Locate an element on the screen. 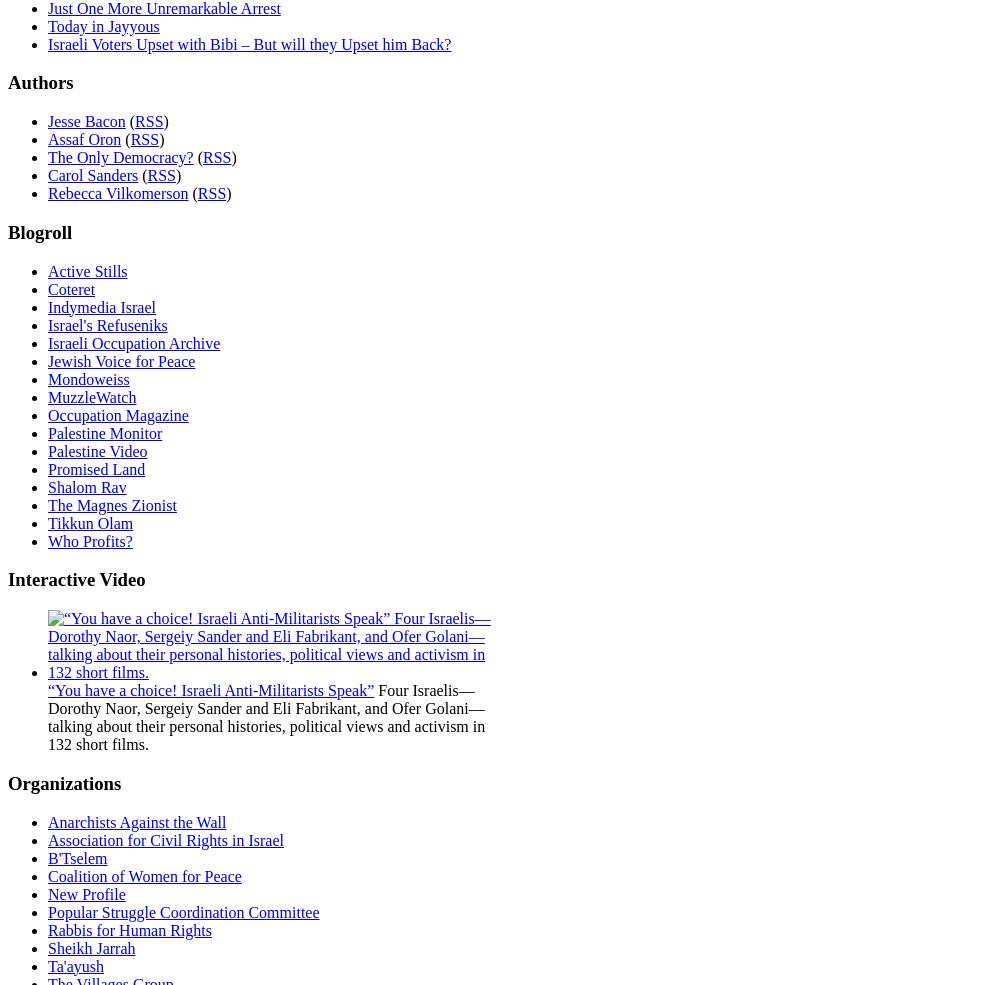 The width and height of the screenshot is (982, 985). 'Israel's Refuseniks' is located at coordinates (47, 324).